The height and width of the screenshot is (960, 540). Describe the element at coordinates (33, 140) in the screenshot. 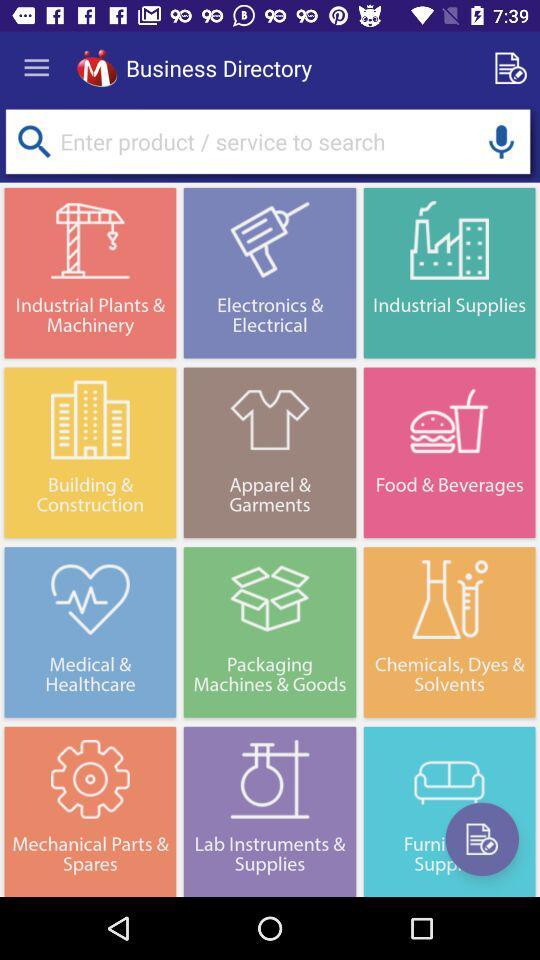

I see `the search icon` at that location.